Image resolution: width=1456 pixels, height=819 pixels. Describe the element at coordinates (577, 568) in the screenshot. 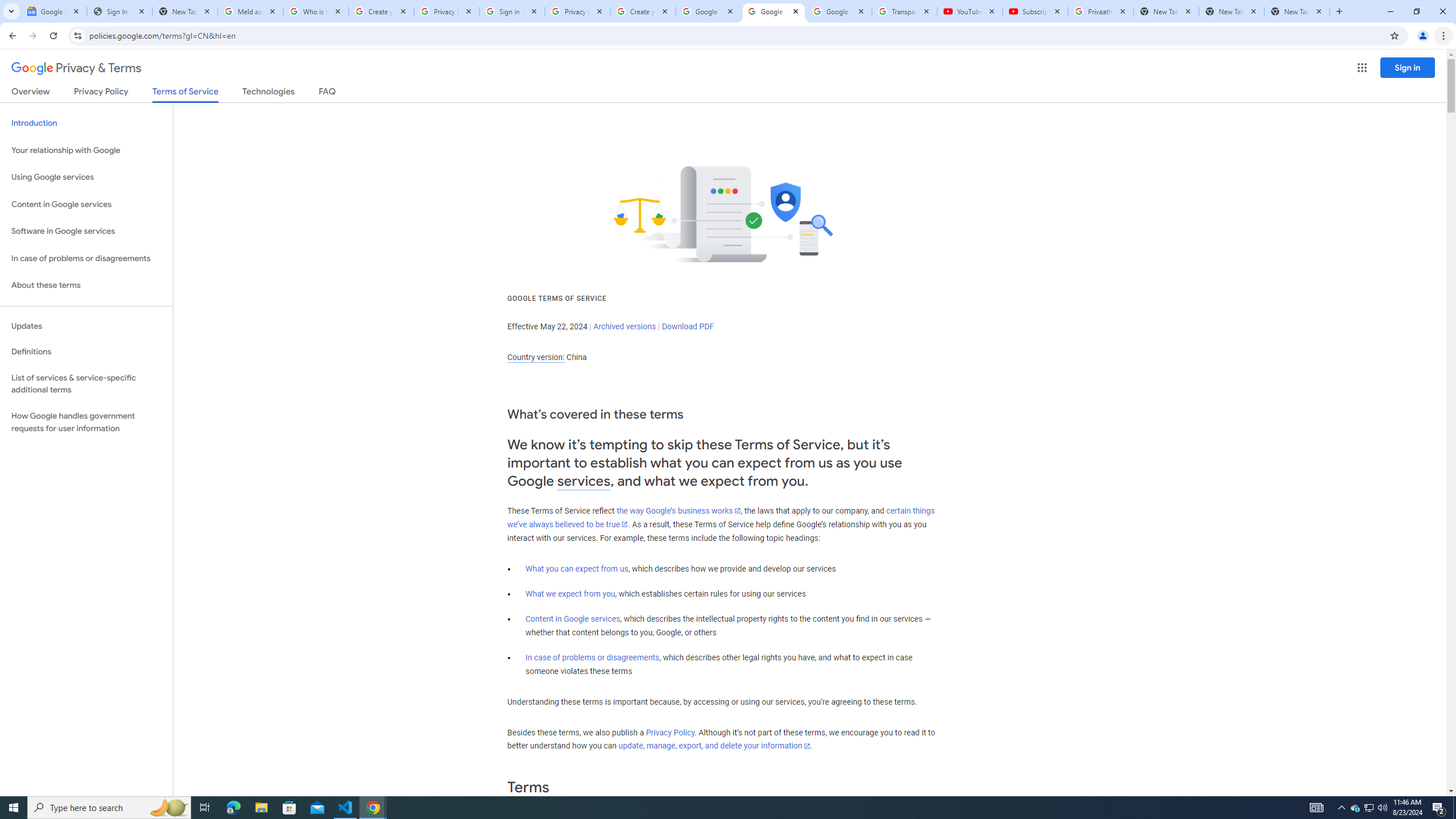

I see `'What you can expect from us'` at that location.